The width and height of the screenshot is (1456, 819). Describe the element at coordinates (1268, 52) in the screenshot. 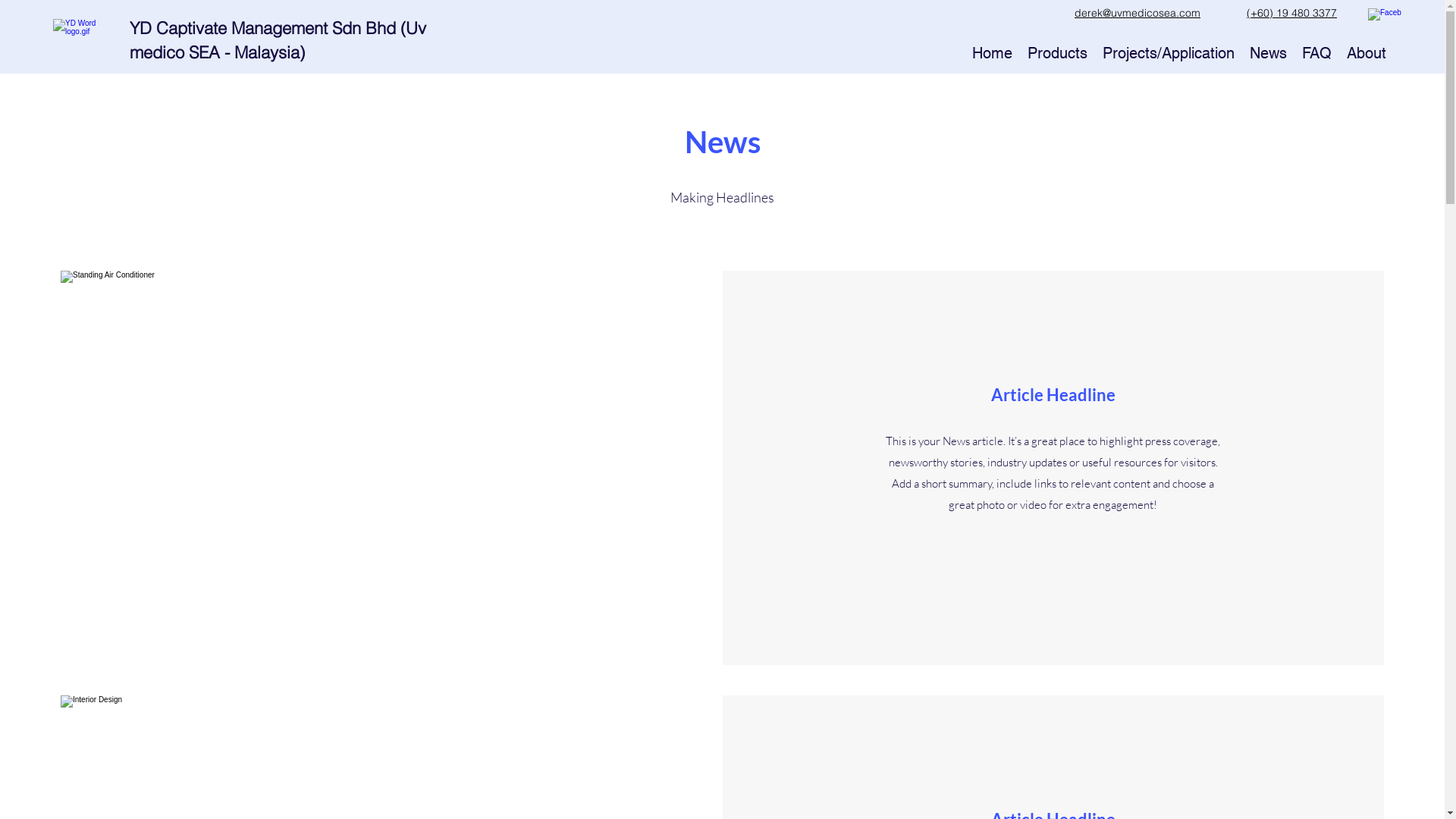

I see `'News'` at that location.